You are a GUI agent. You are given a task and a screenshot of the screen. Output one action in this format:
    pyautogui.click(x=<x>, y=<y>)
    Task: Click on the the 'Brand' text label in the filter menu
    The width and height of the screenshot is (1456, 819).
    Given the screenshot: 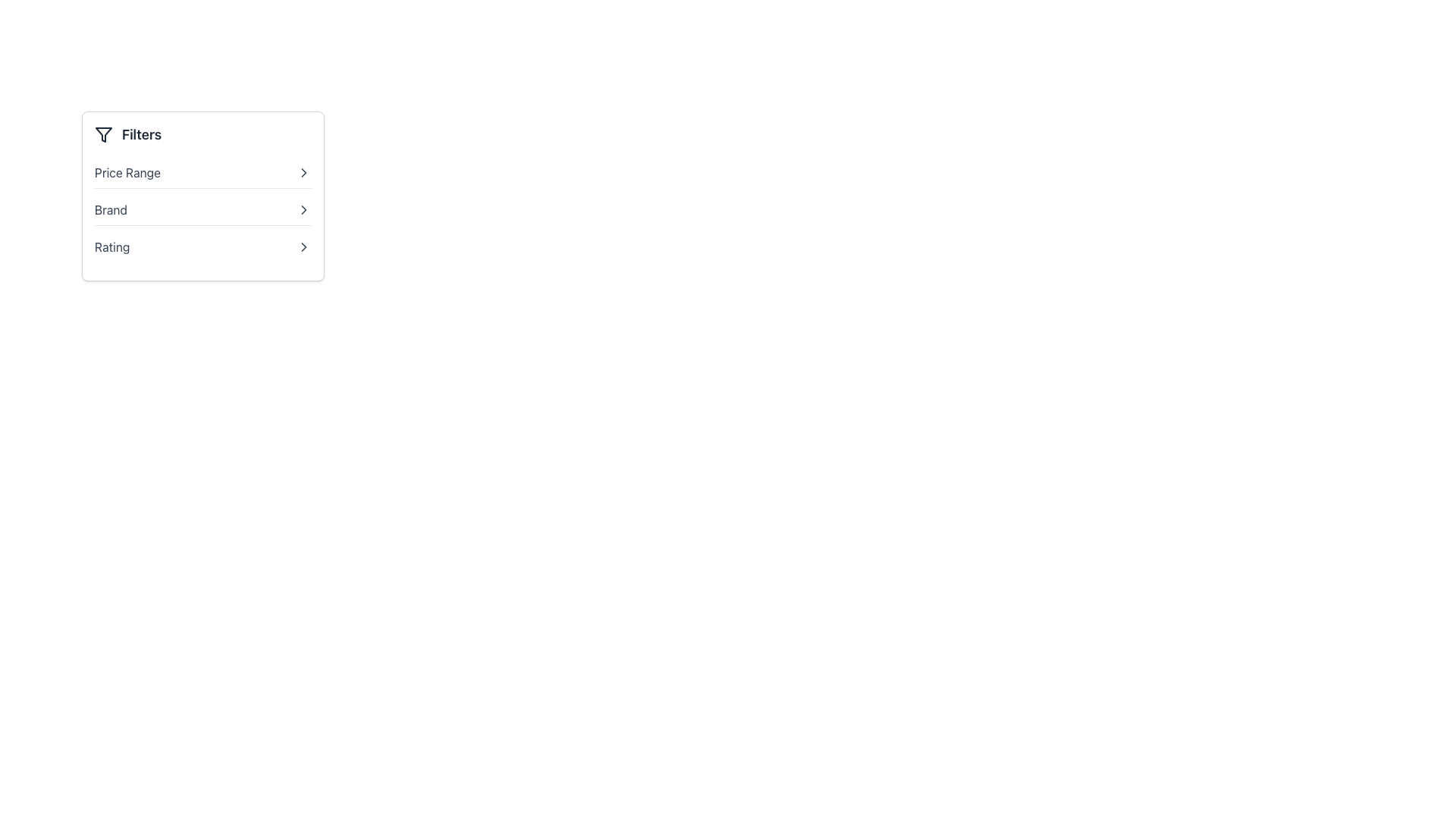 What is the action you would take?
    pyautogui.click(x=109, y=210)
    